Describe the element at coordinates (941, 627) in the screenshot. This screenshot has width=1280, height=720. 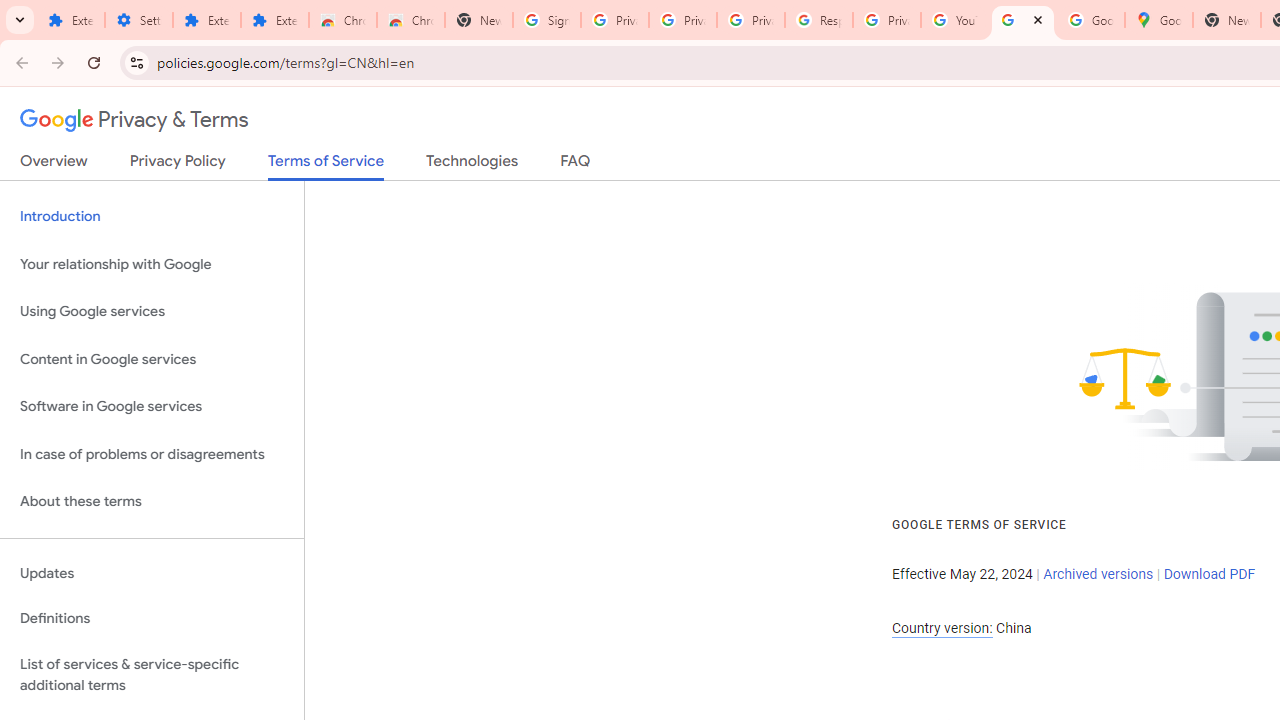
I see `'Country version:'` at that location.